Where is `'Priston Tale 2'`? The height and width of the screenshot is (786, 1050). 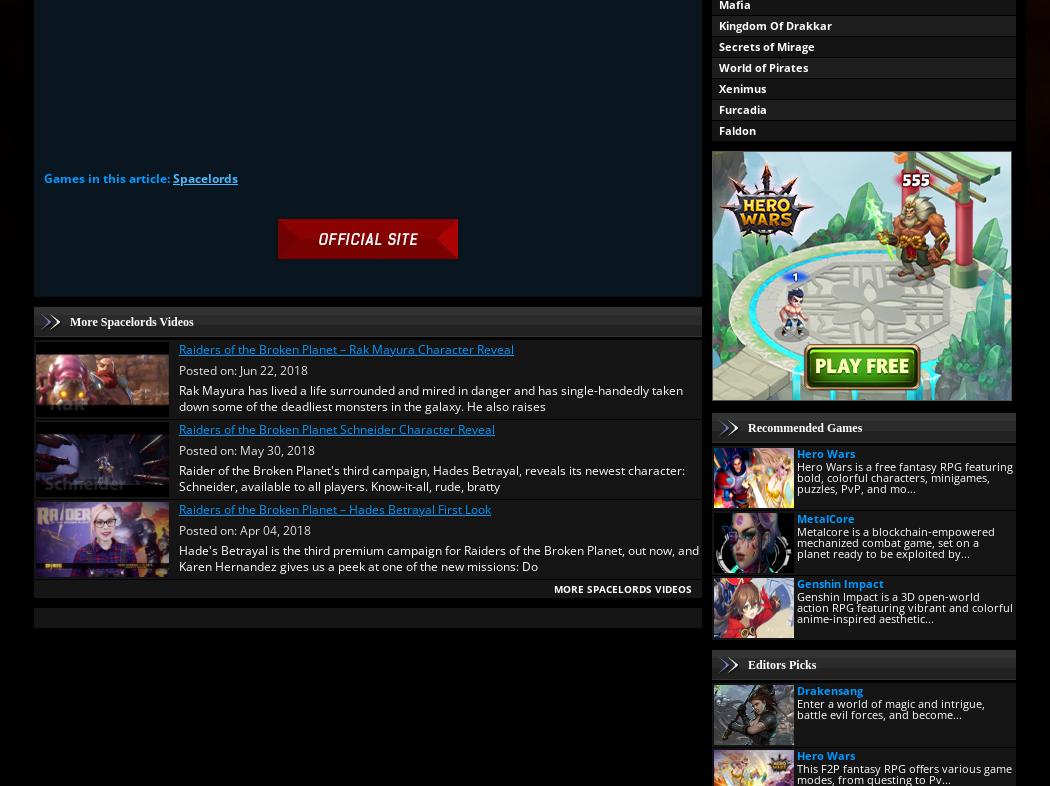
'Priston Tale 2' is located at coordinates (756, 613).